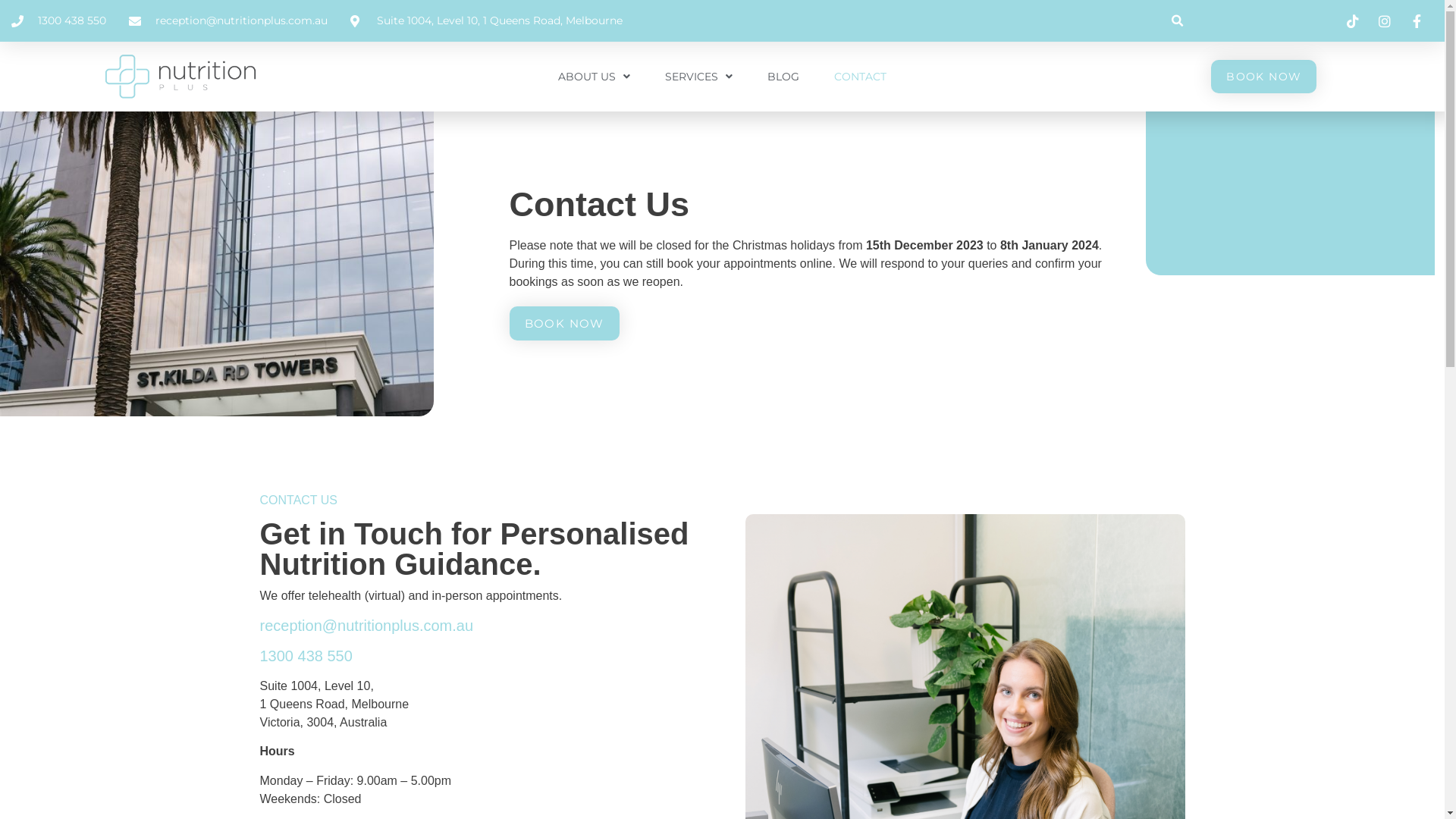 The width and height of the screenshot is (1456, 819). I want to click on 'BLOG', so click(783, 76).